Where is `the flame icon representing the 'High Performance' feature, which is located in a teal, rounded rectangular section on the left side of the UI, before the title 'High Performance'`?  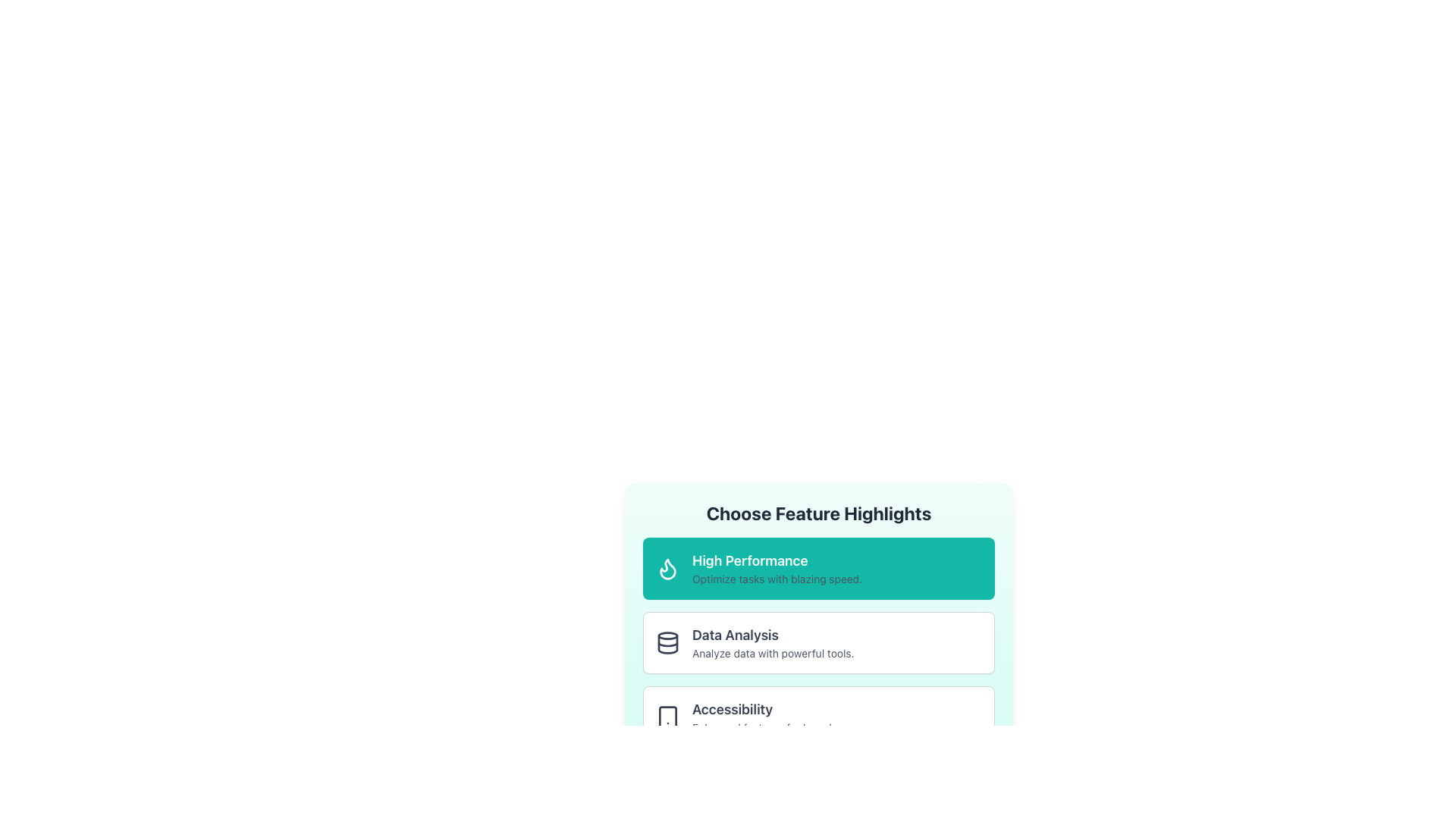 the flame icon representing the 'High Performance' feature, which is located in a teal, rounded rectangular section on the left side of the UI, before the title 'High Performance' is located at coordinates (667, 568).